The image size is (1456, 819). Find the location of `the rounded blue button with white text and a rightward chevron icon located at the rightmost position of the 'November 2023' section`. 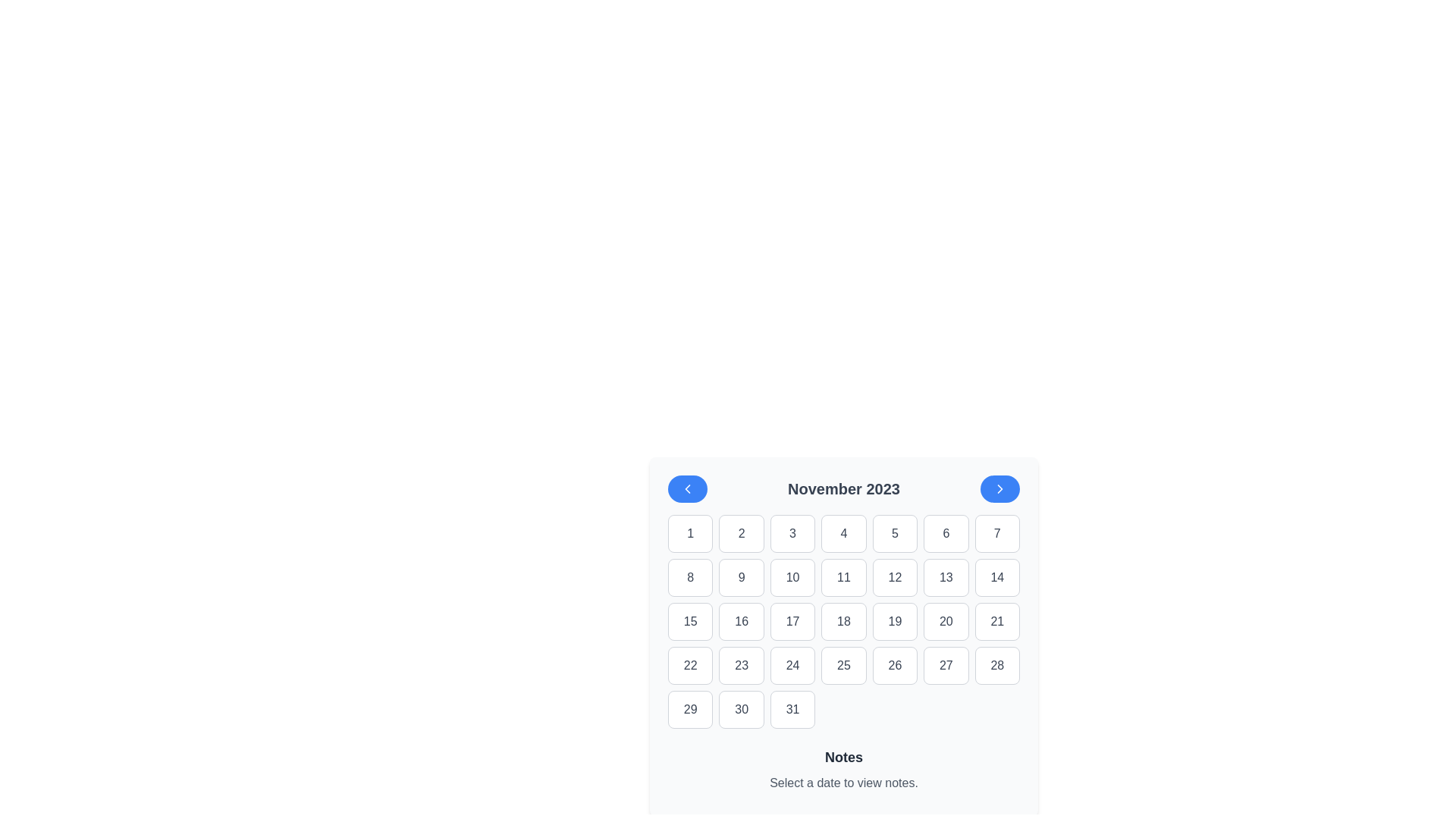

the rounded blue button with white text and a rightward chevron icon located at the rightmost position of the 'November 2023' section is located at coordinates (1000, 488).